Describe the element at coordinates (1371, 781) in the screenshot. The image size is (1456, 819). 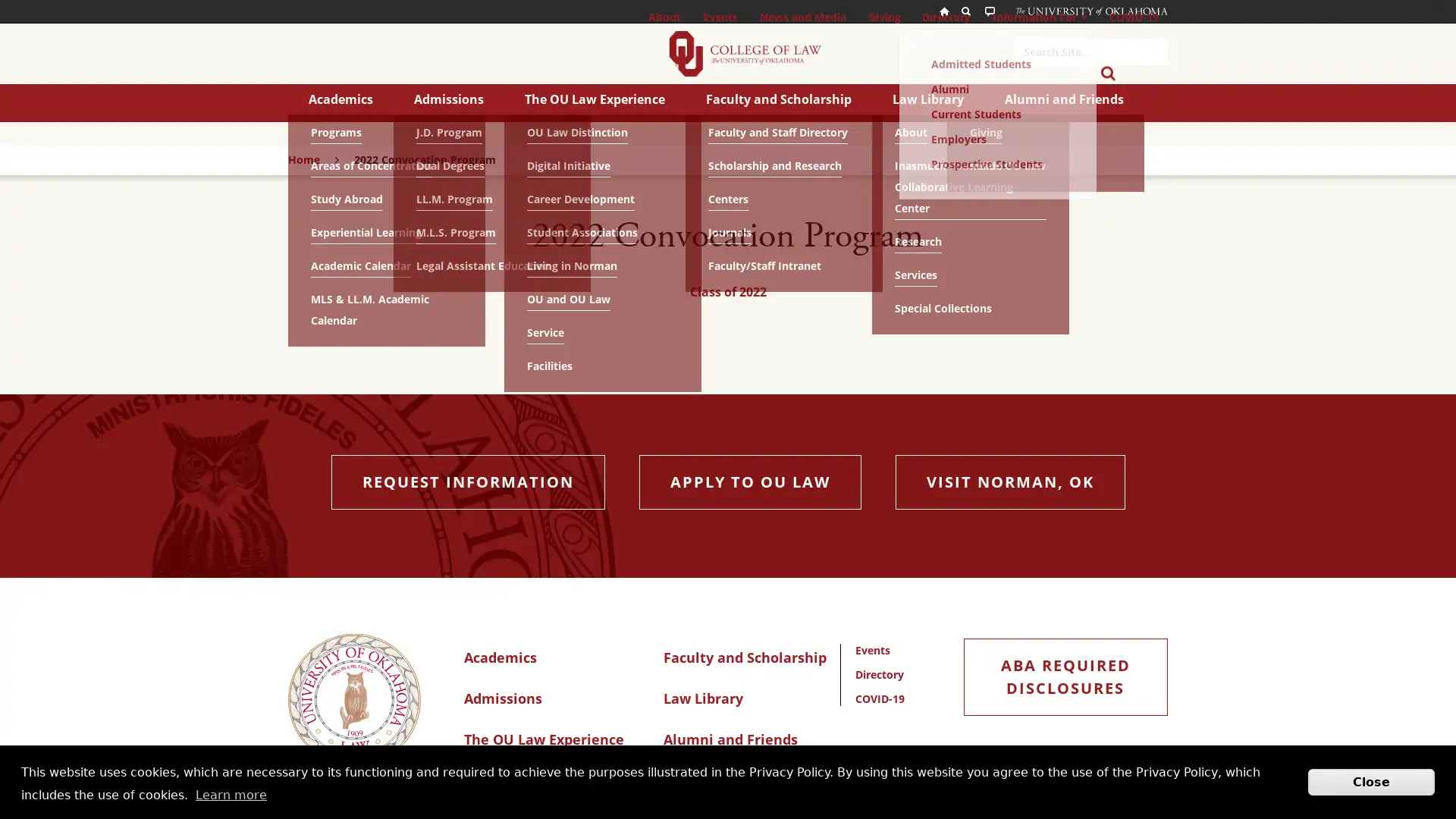
I see `Close` at that location.